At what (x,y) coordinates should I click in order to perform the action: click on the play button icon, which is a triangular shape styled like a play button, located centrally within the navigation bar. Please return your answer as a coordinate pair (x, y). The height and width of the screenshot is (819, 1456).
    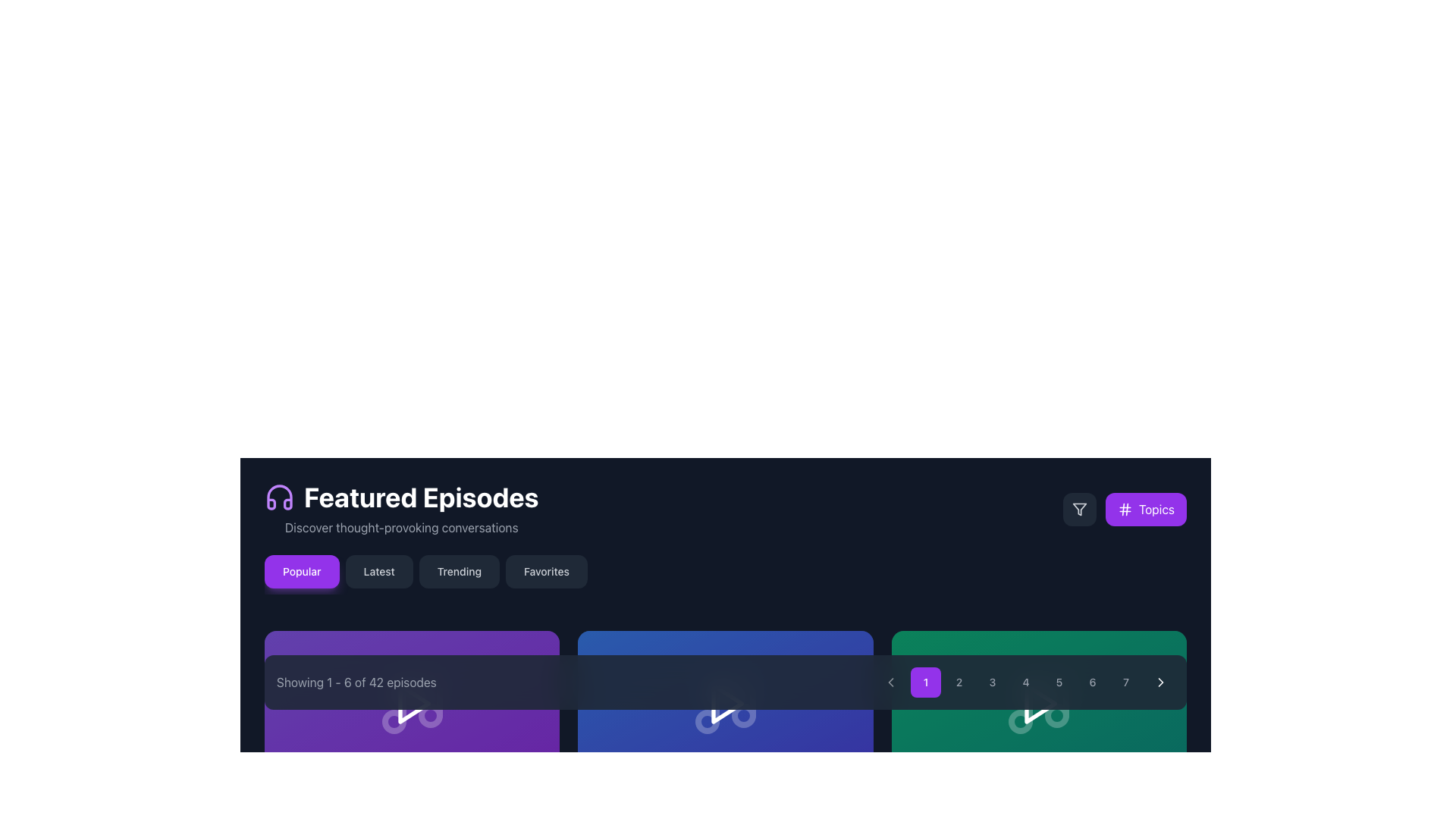
    Looking at the image, I should click on (414, 704).